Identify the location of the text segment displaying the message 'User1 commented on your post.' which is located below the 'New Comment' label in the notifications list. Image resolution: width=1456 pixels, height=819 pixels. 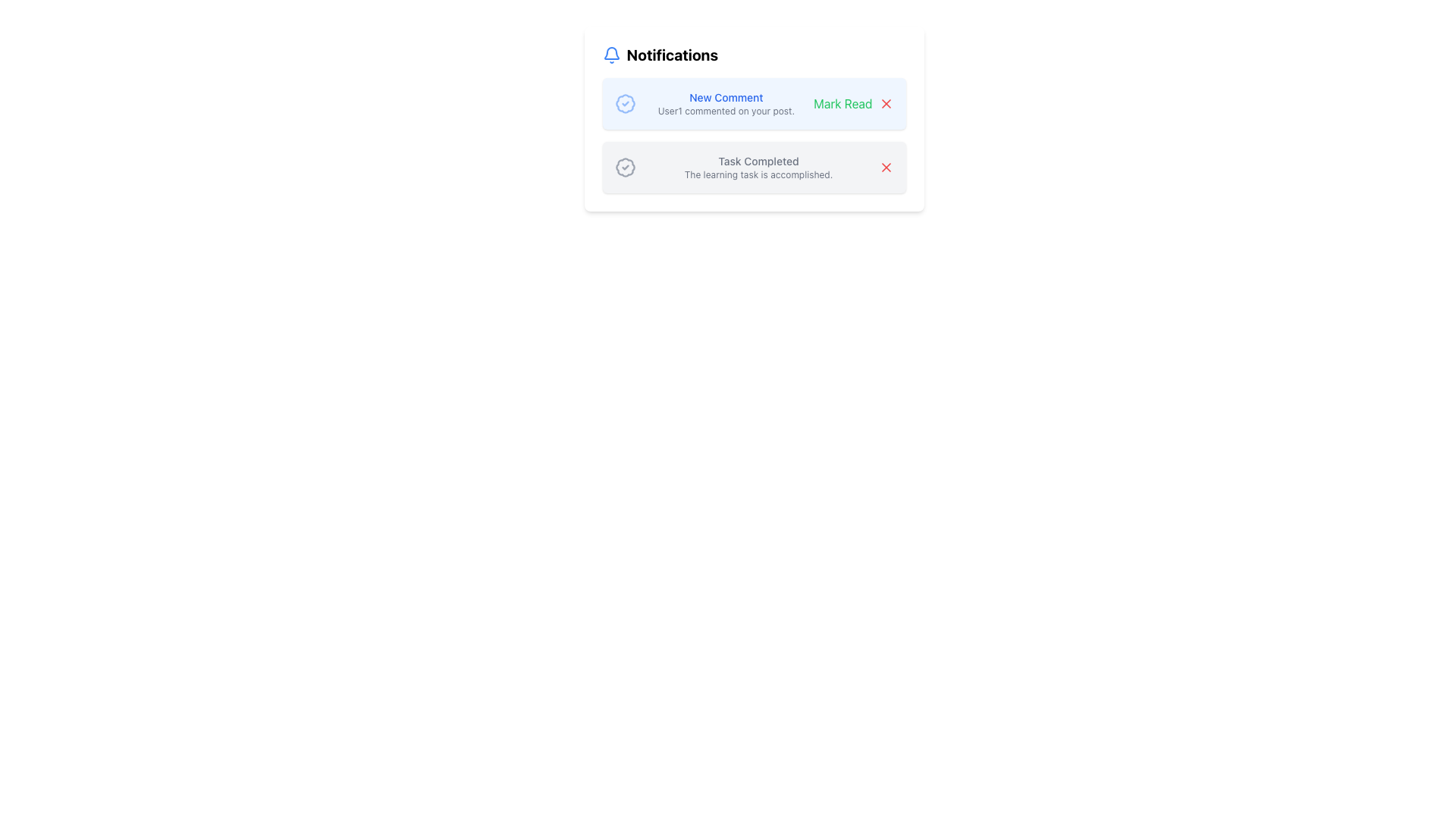
(725, 110).